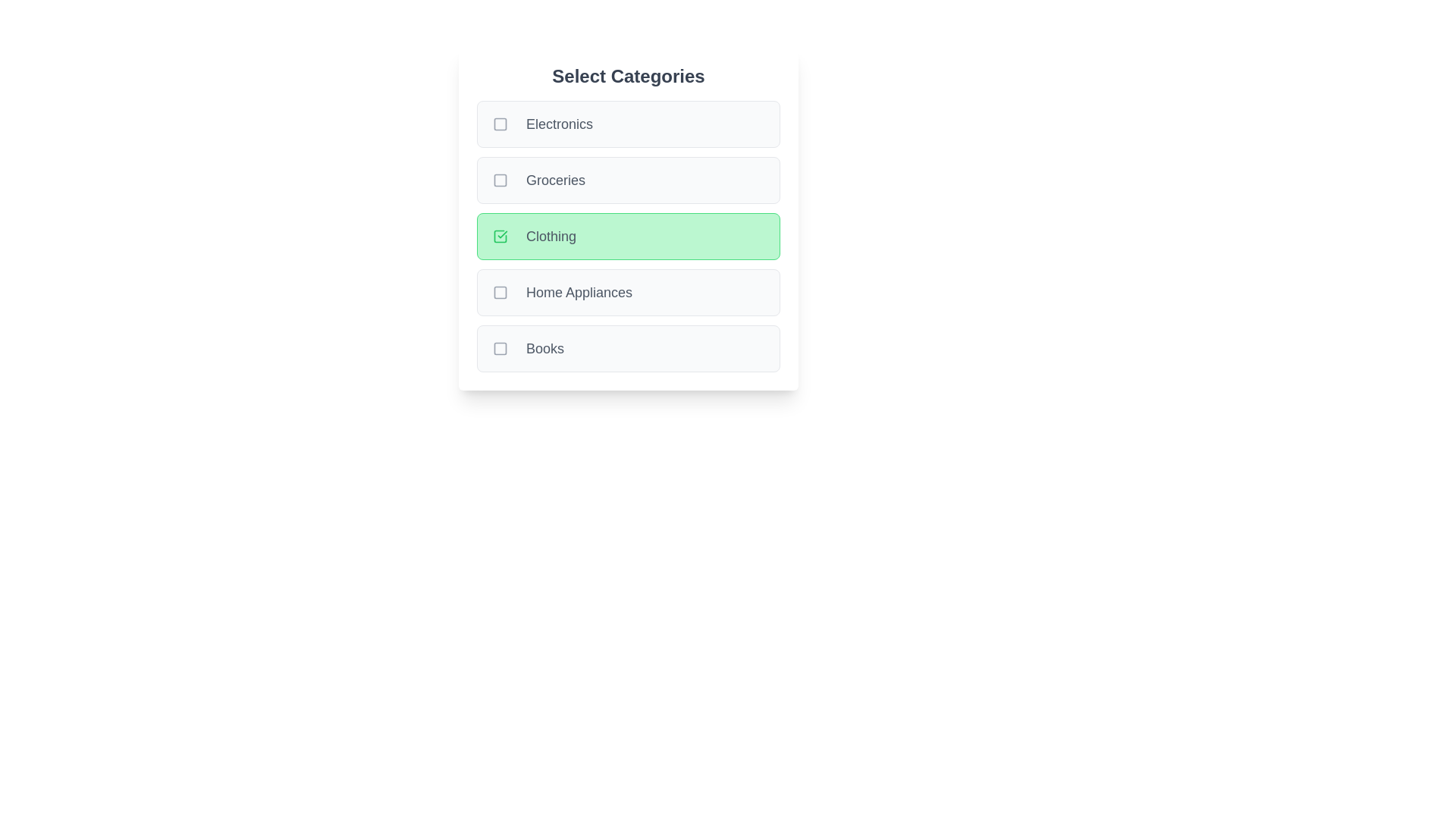  What do you see at coordinates (500, 237) in the screenshot?
I see `the checkbox for Clothing` at bounding box center [500, 237].